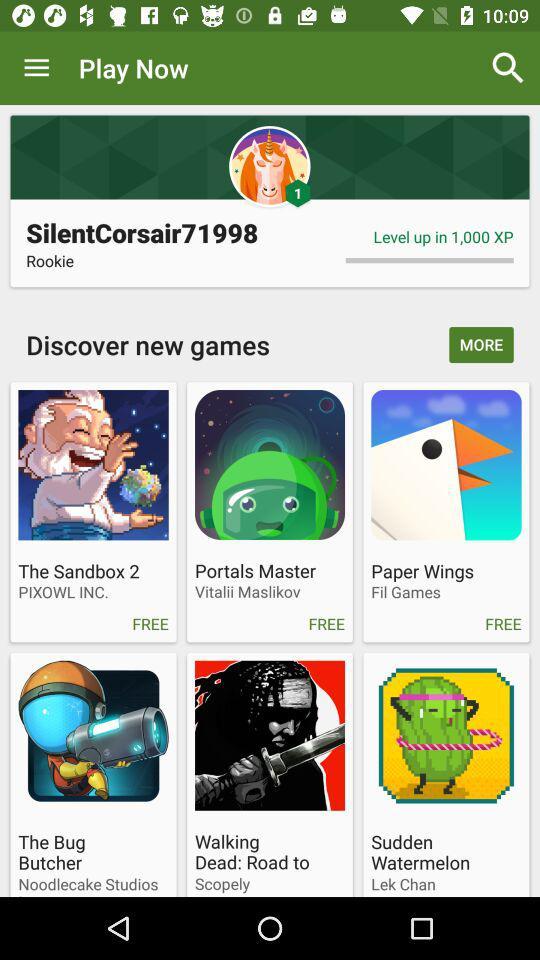  I want to click on the app next to play now icon, so click(36, 68).